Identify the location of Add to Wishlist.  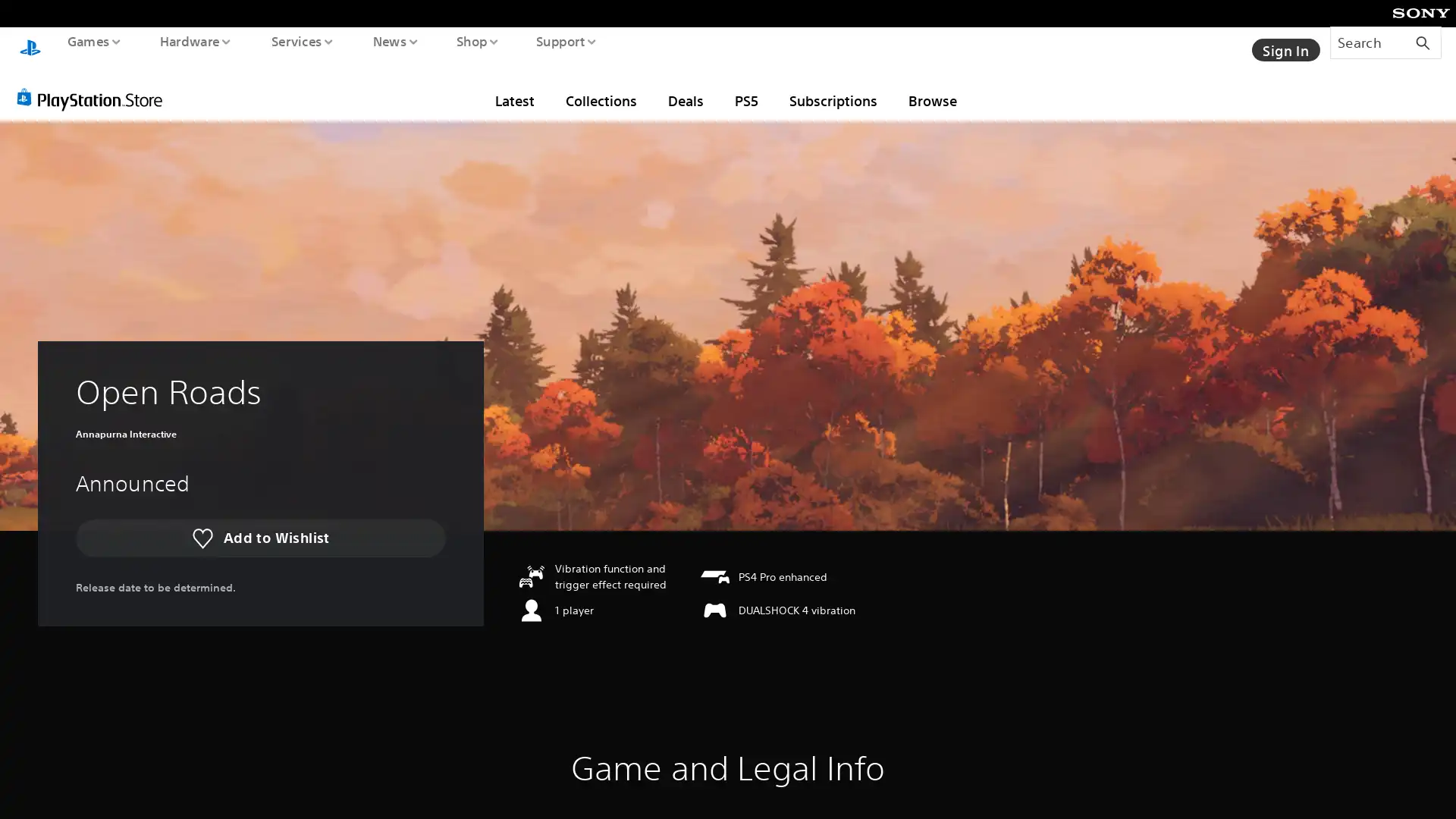
(260, 522).